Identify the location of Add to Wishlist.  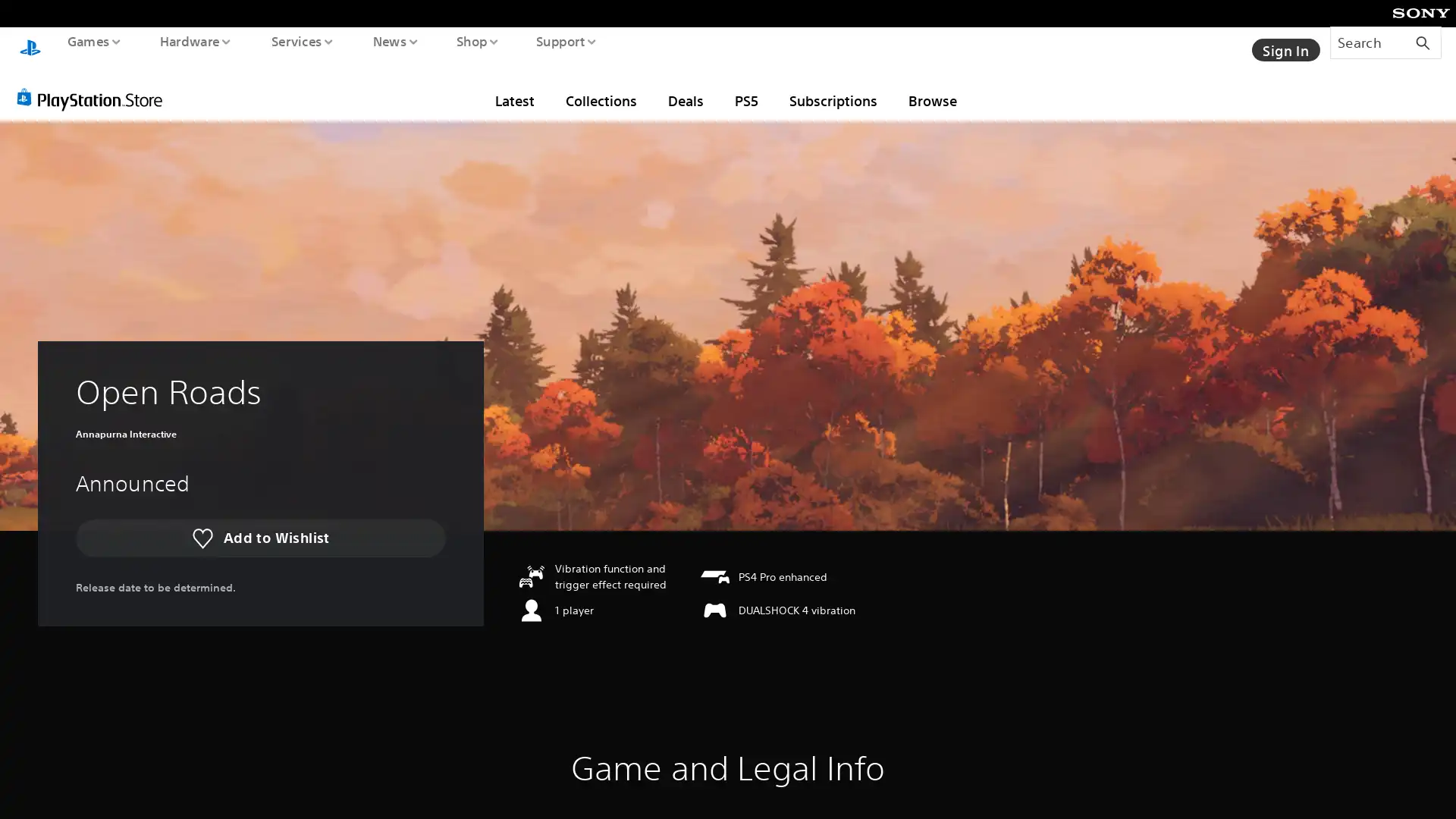
(260, 522).